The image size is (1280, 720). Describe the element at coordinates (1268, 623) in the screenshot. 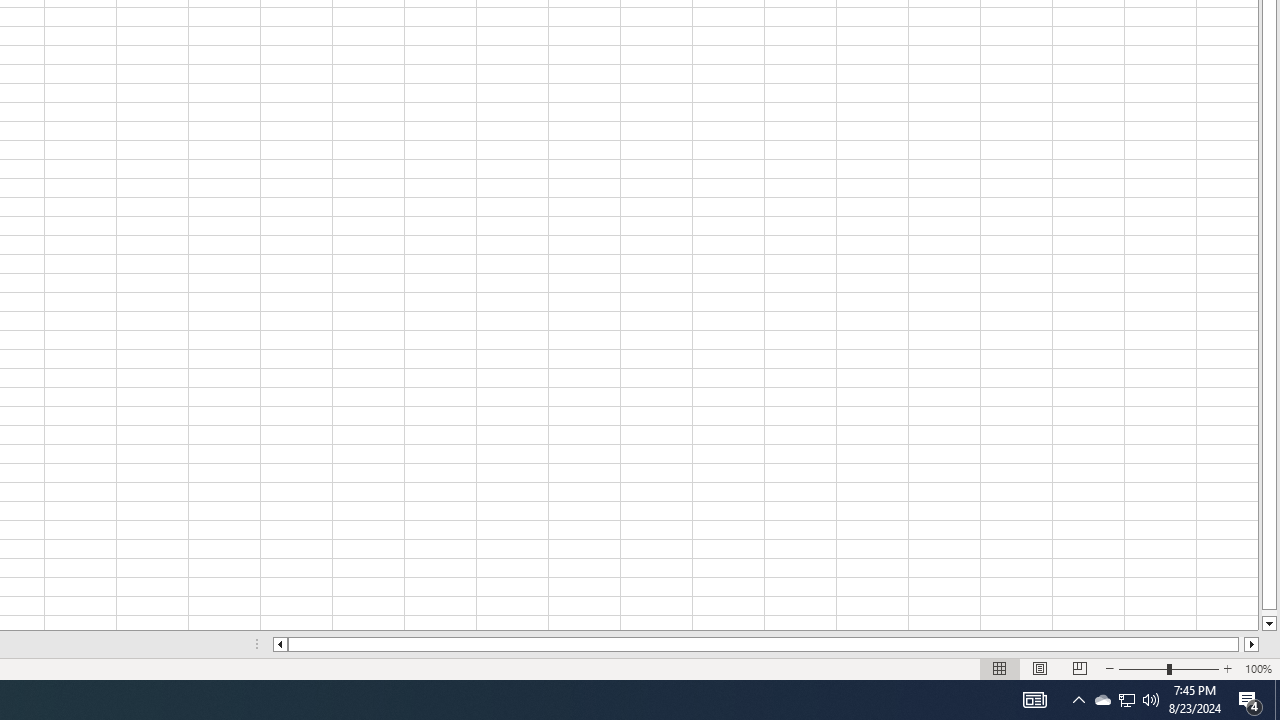

I see `'Line down'` at that location.